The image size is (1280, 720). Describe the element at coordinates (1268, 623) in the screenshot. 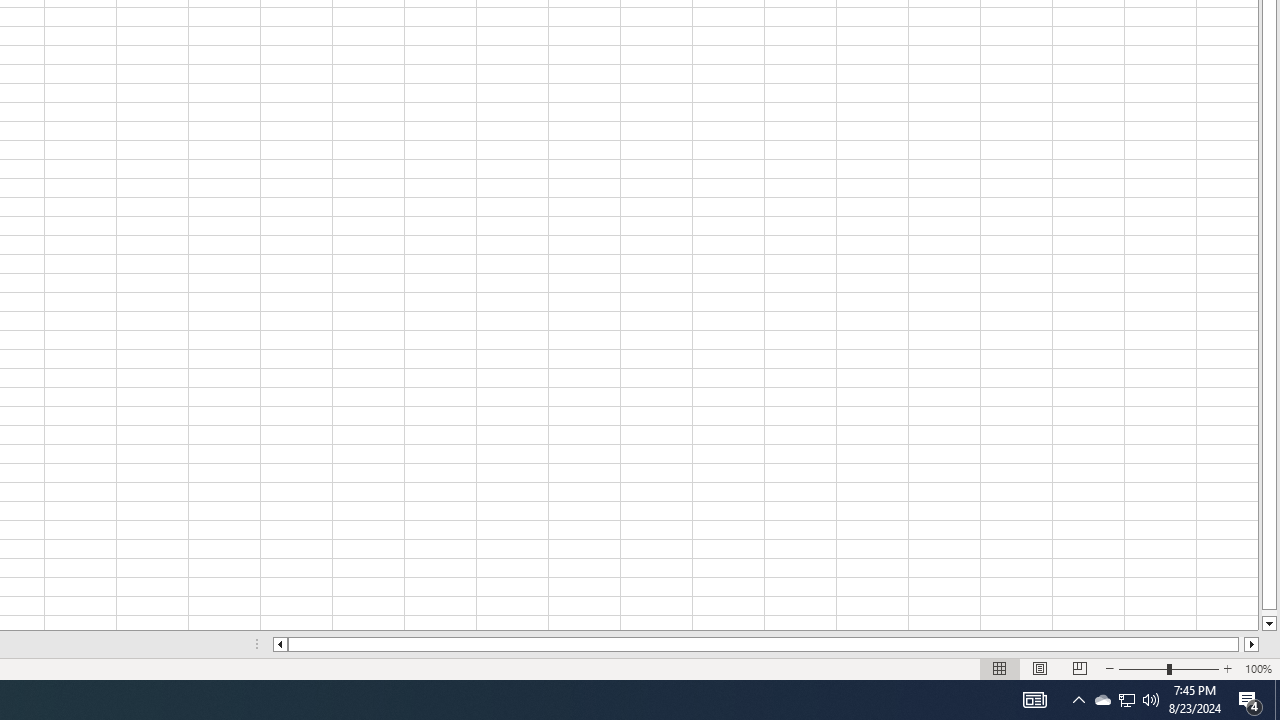

I see `'Line down'` at that location.